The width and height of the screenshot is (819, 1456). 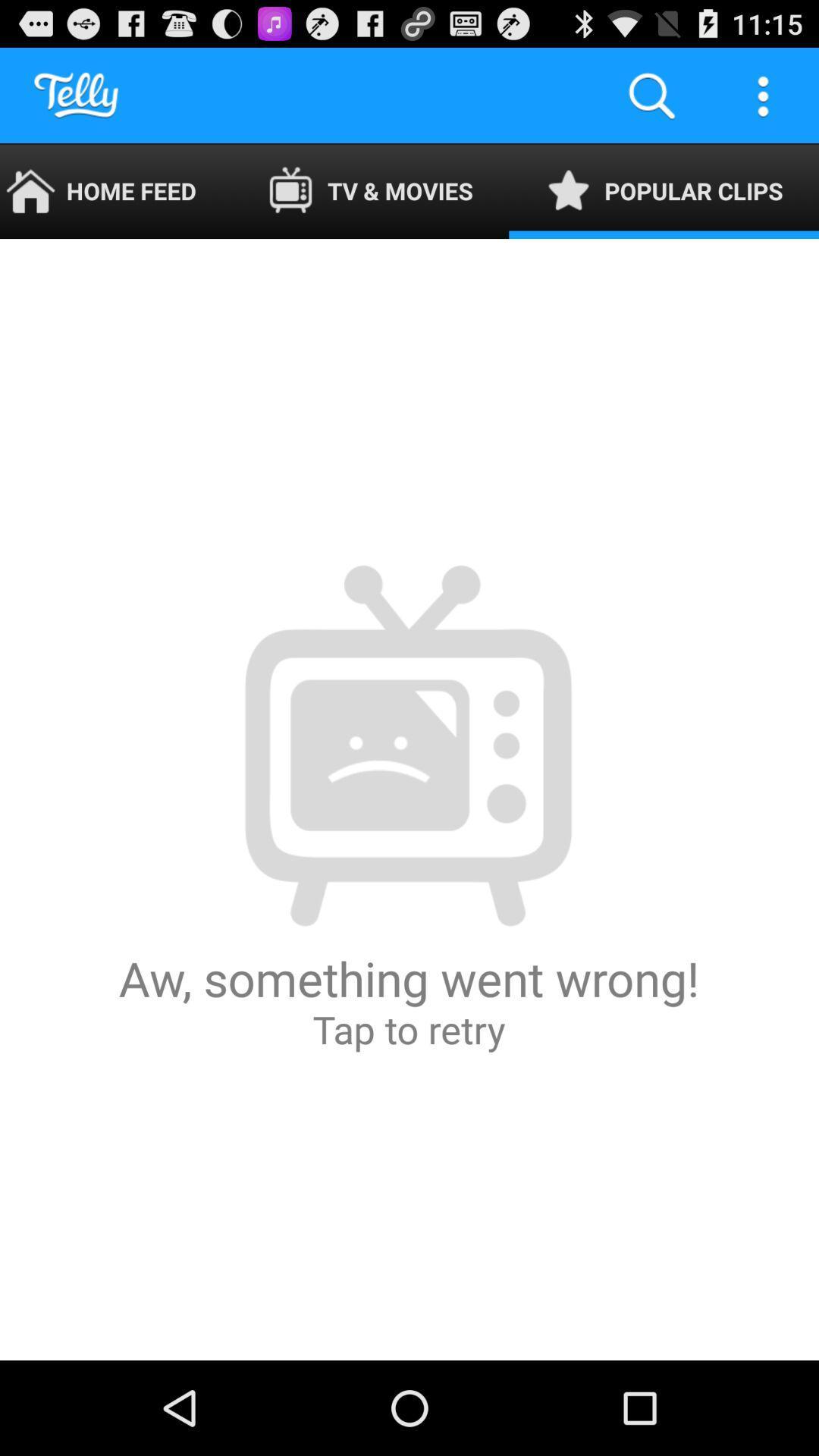 I want to click on the popular clips app, so click(x=663, y=190).